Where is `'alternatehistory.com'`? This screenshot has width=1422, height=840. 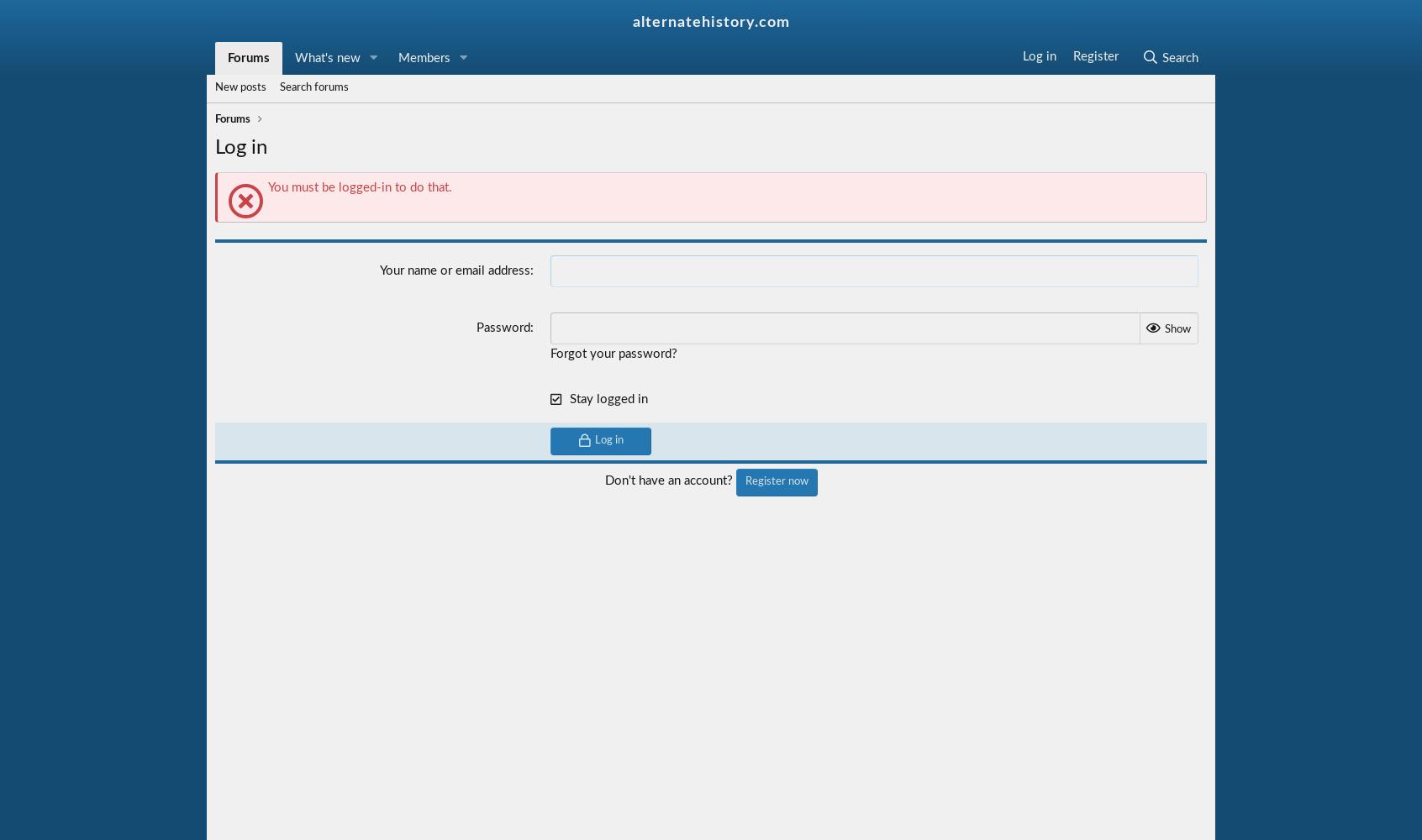
'alternatehistory.com' is located at coordinates (710, 23).